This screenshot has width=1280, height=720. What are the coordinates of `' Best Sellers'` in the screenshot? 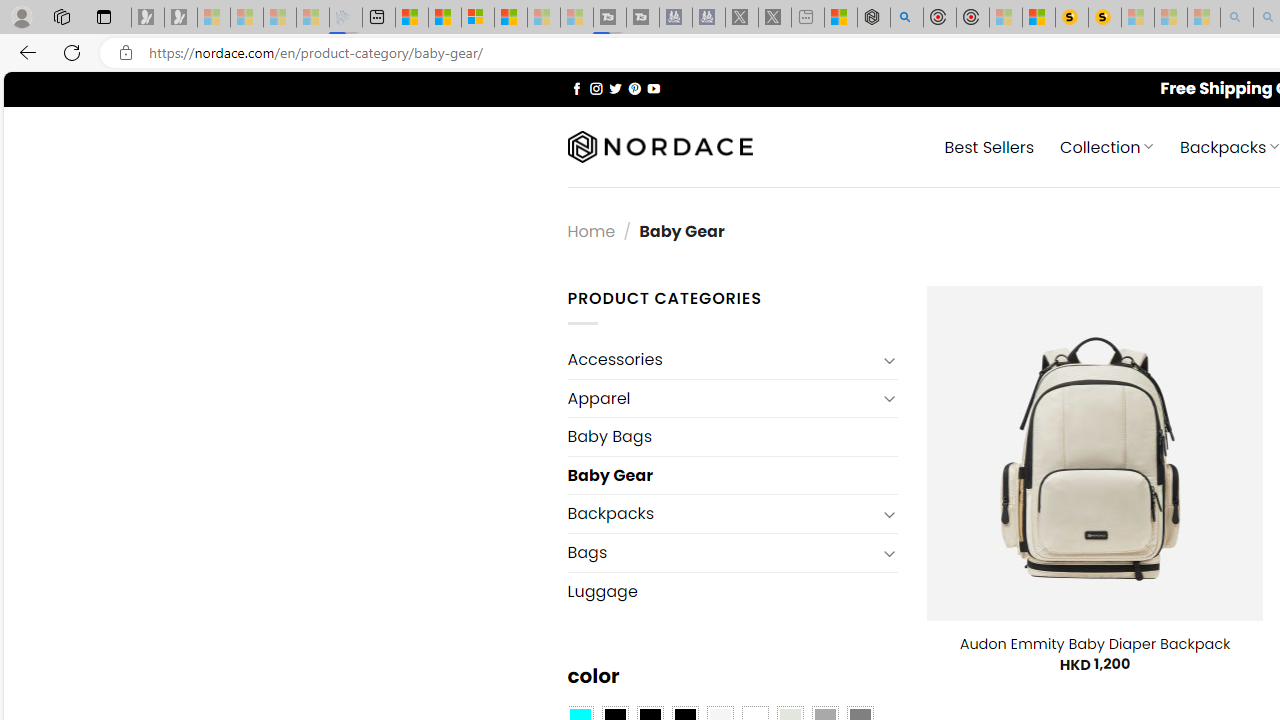 It's located at (990, 145).